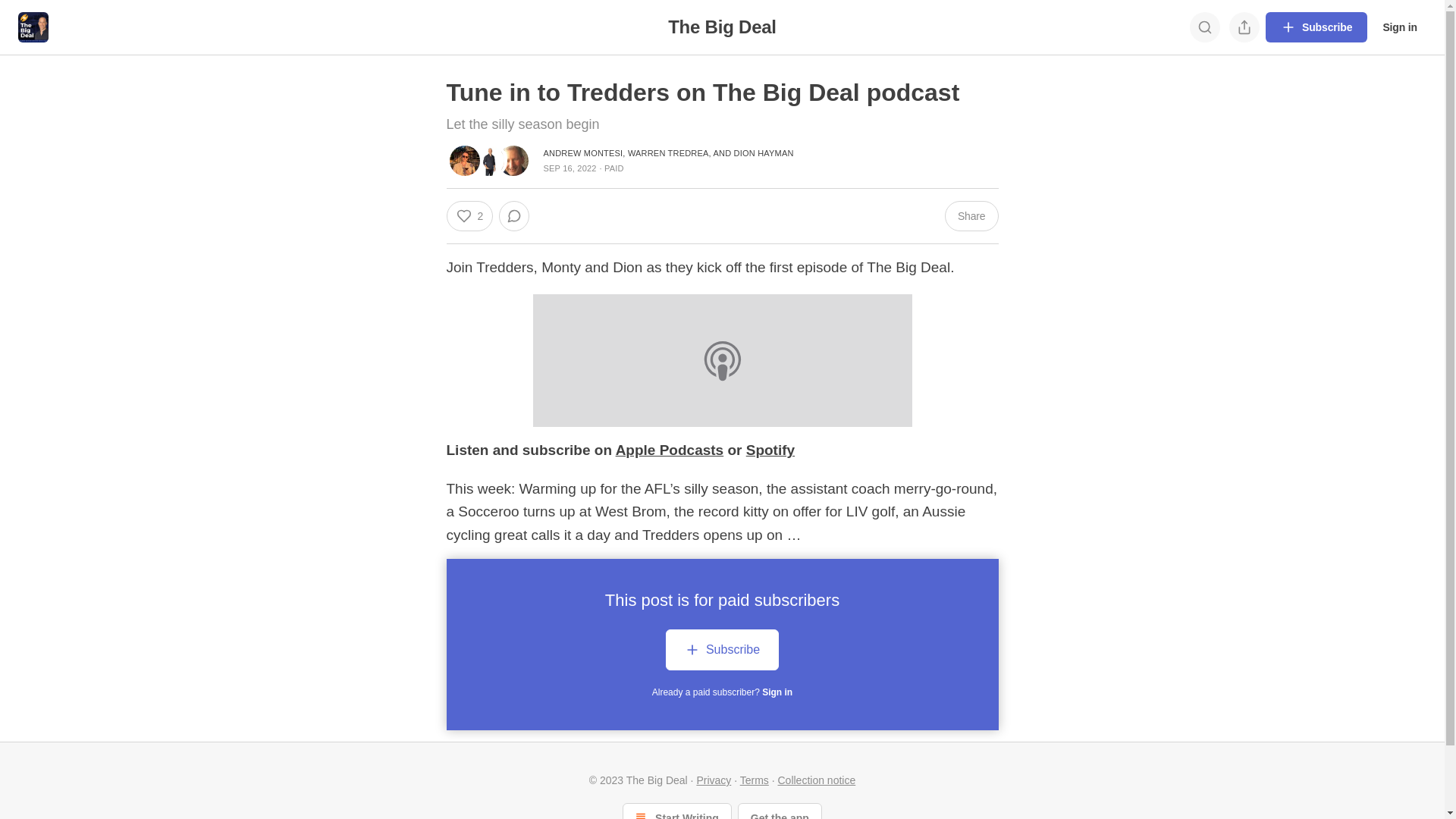 The image size is (1456, 819). Describe the element at coordinates (1316, 27) in the screenshot. I see `'Subscribe'` at that location.